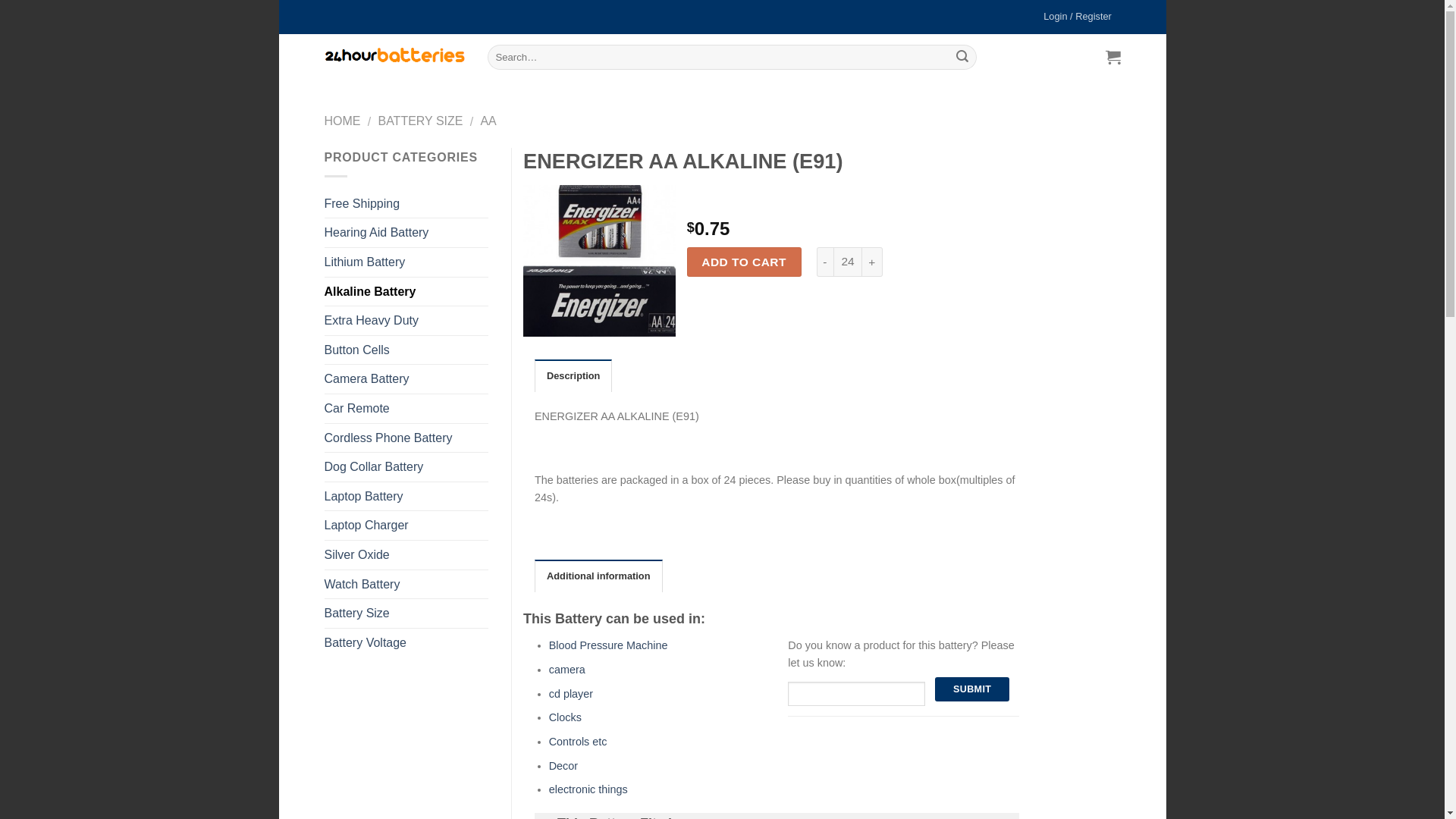 This screenshot has width=1456, height=819. What do you see at coordinates (406, 233) in the screenshot?
I see `'Hearing Aid Battery'` at bounding box center [406, 233].